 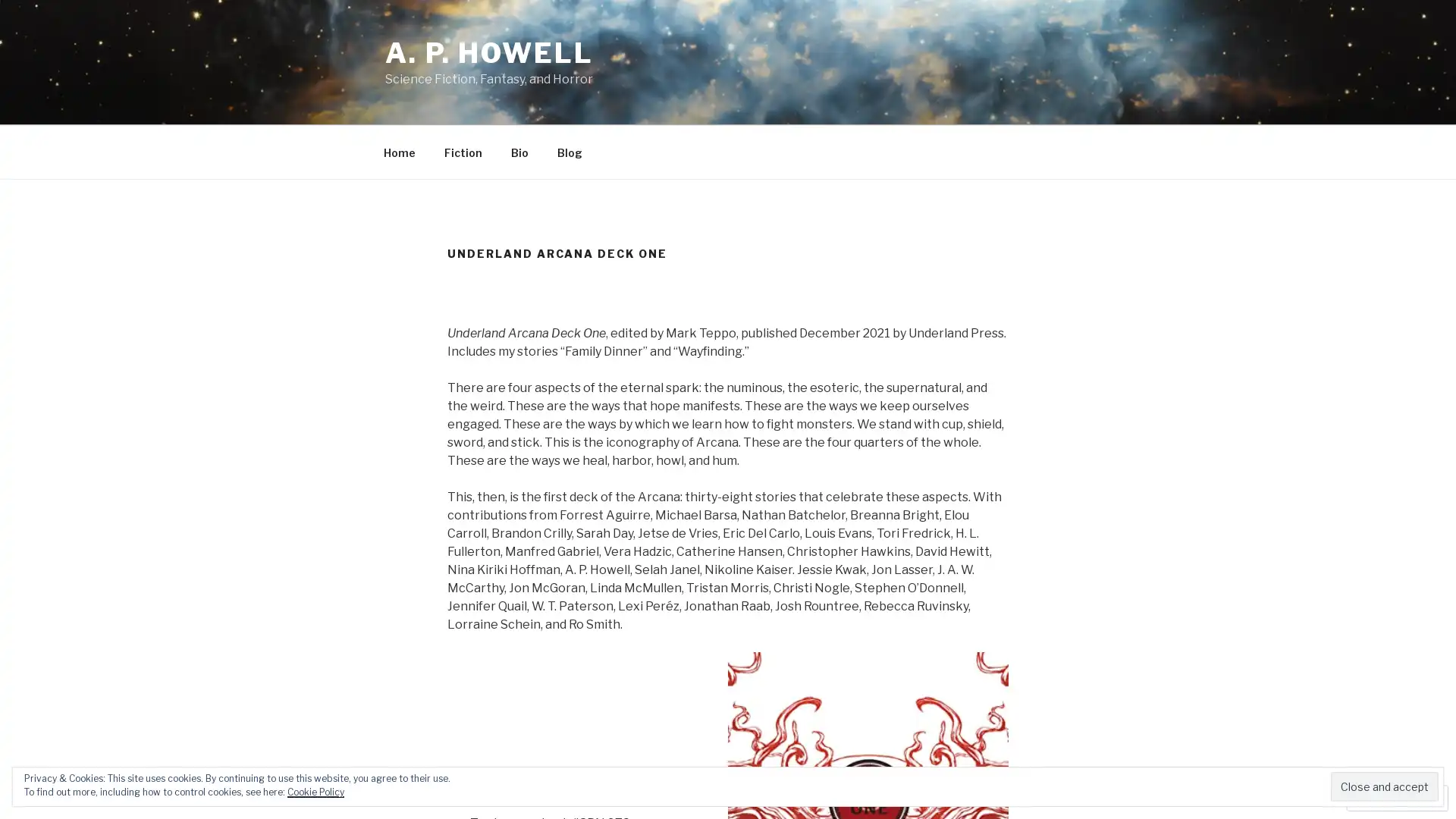 What do you see at coordinates (1384, 786) in the screenshot?
I see `Close and accept` at bounding box center [1384, 786].